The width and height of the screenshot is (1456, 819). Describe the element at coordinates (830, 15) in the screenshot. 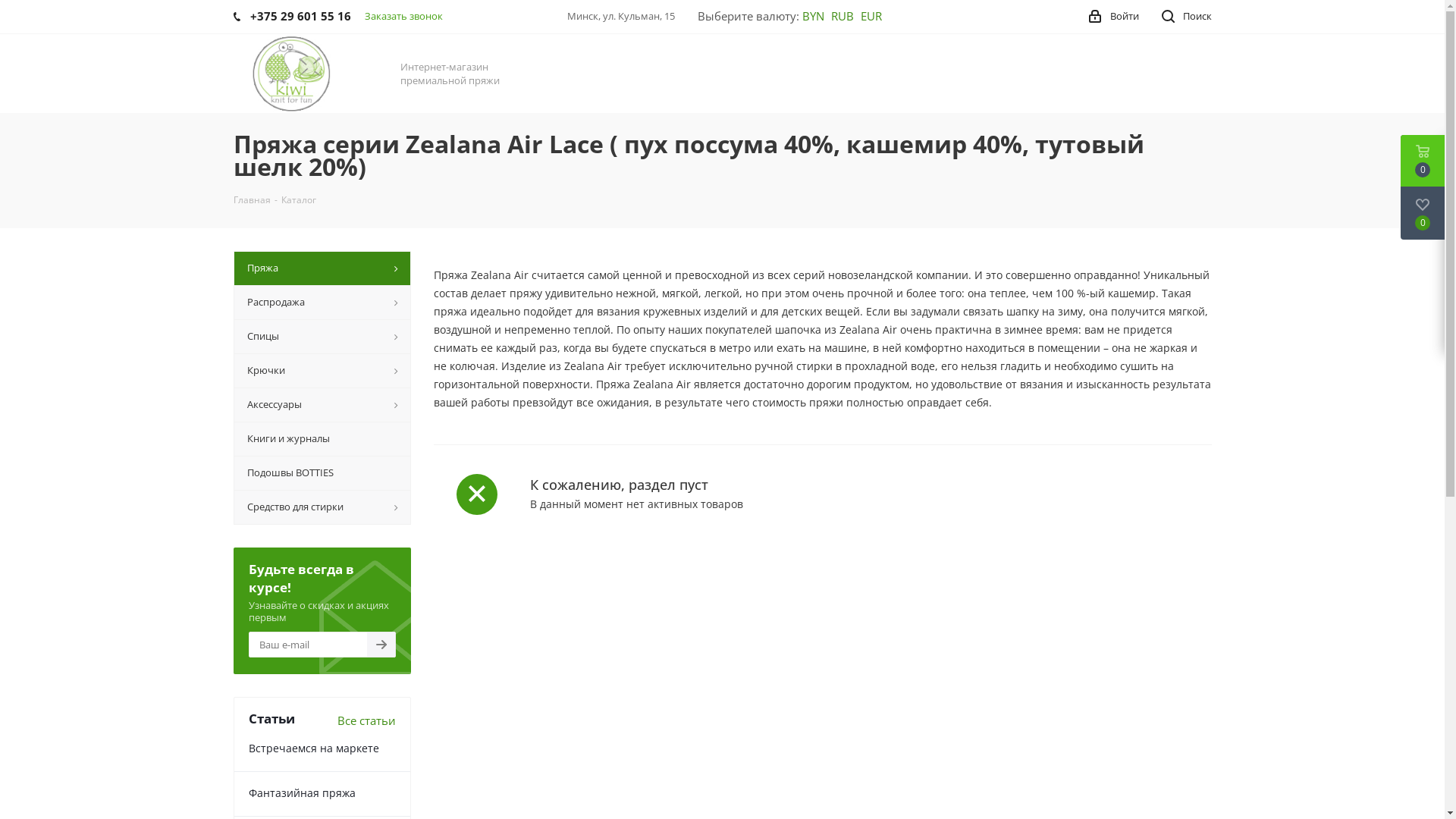

I see `'RUB'` at that location.